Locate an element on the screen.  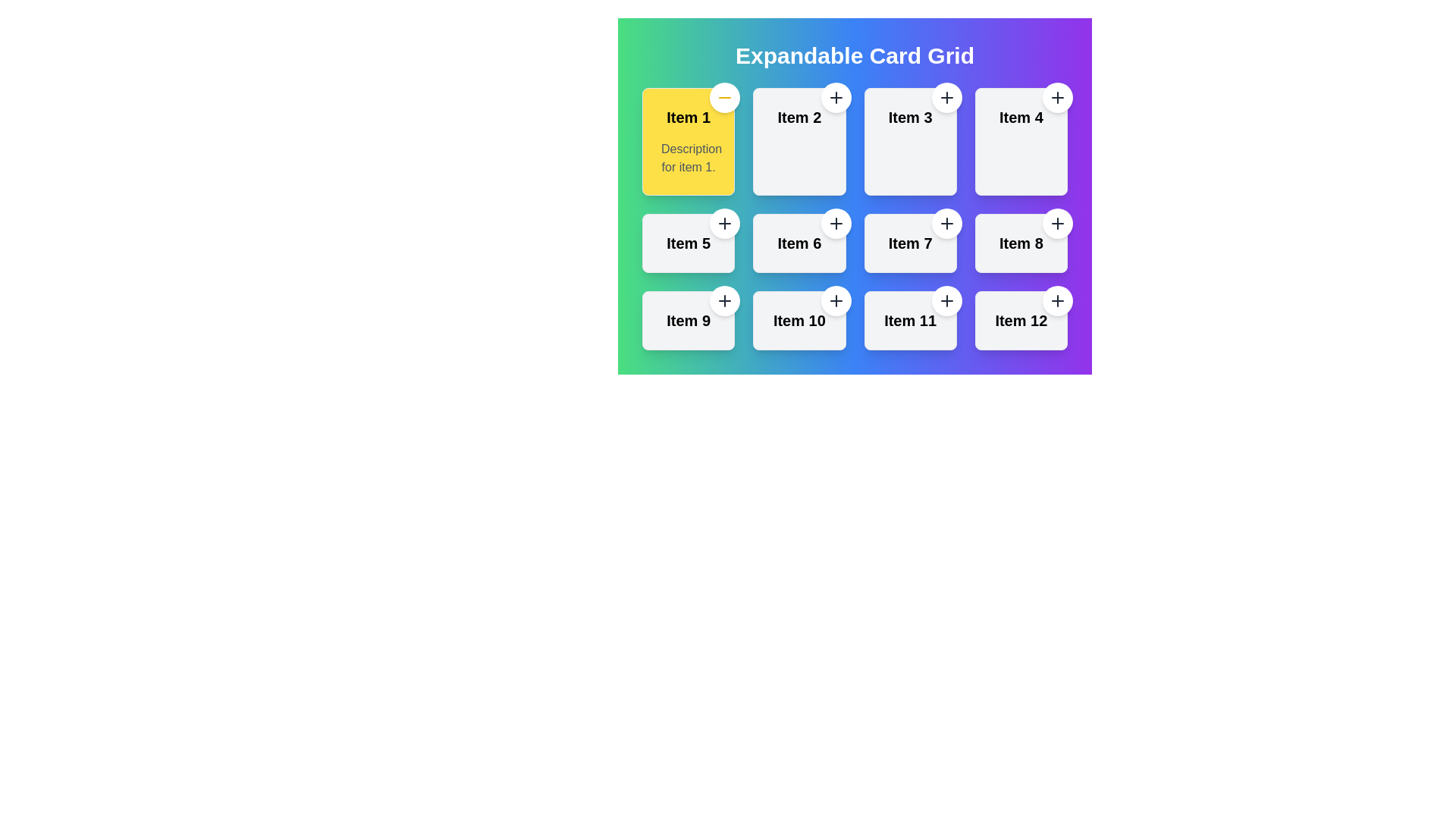
the text label displaying 'Item 6' which is prominently styled in bold within a soft gray rectangular card is located at coordinates (799, 242).